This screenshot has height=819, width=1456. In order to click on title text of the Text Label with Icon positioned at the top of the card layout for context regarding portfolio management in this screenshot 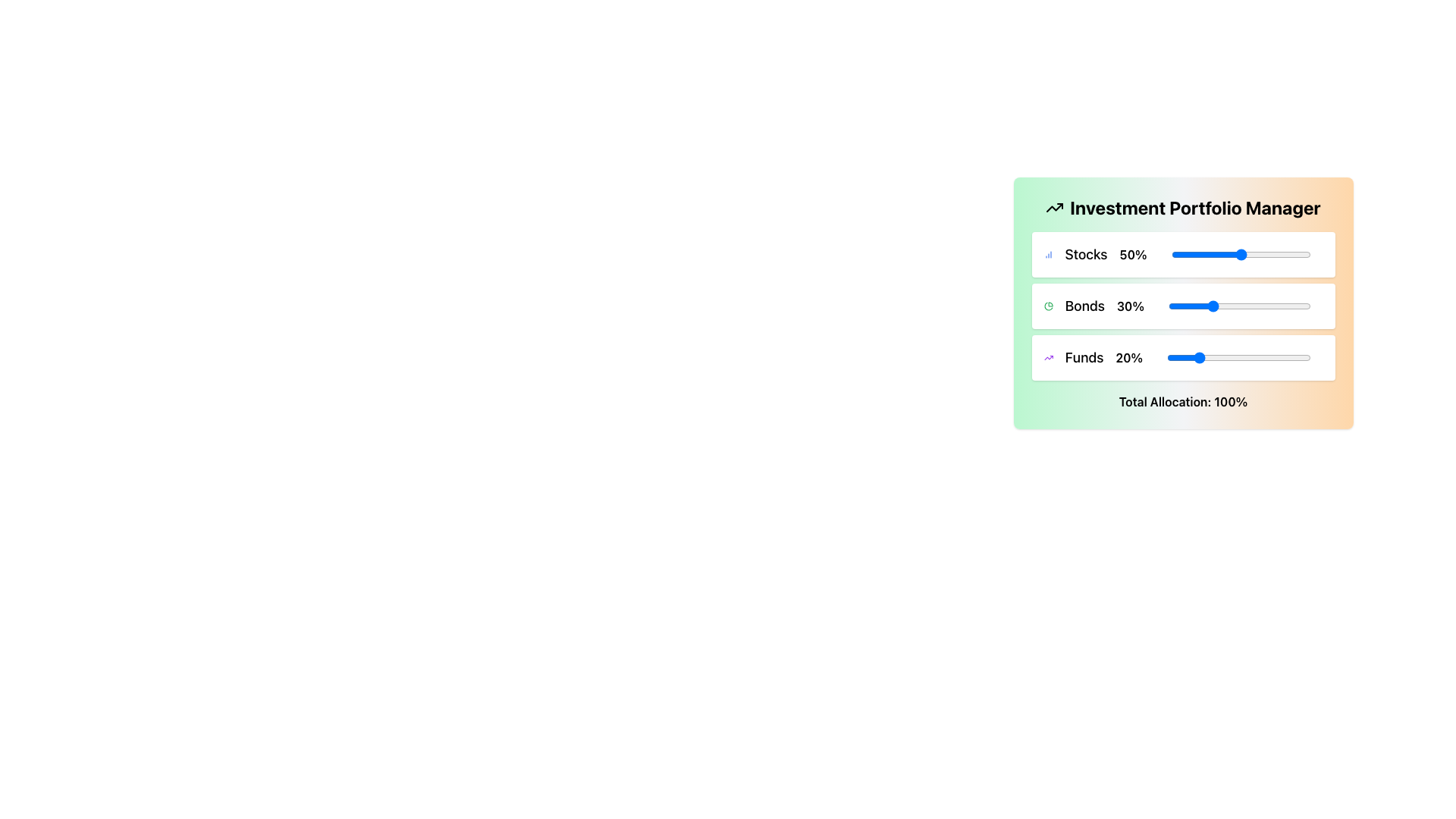, I will do `click(1182, 207)`.